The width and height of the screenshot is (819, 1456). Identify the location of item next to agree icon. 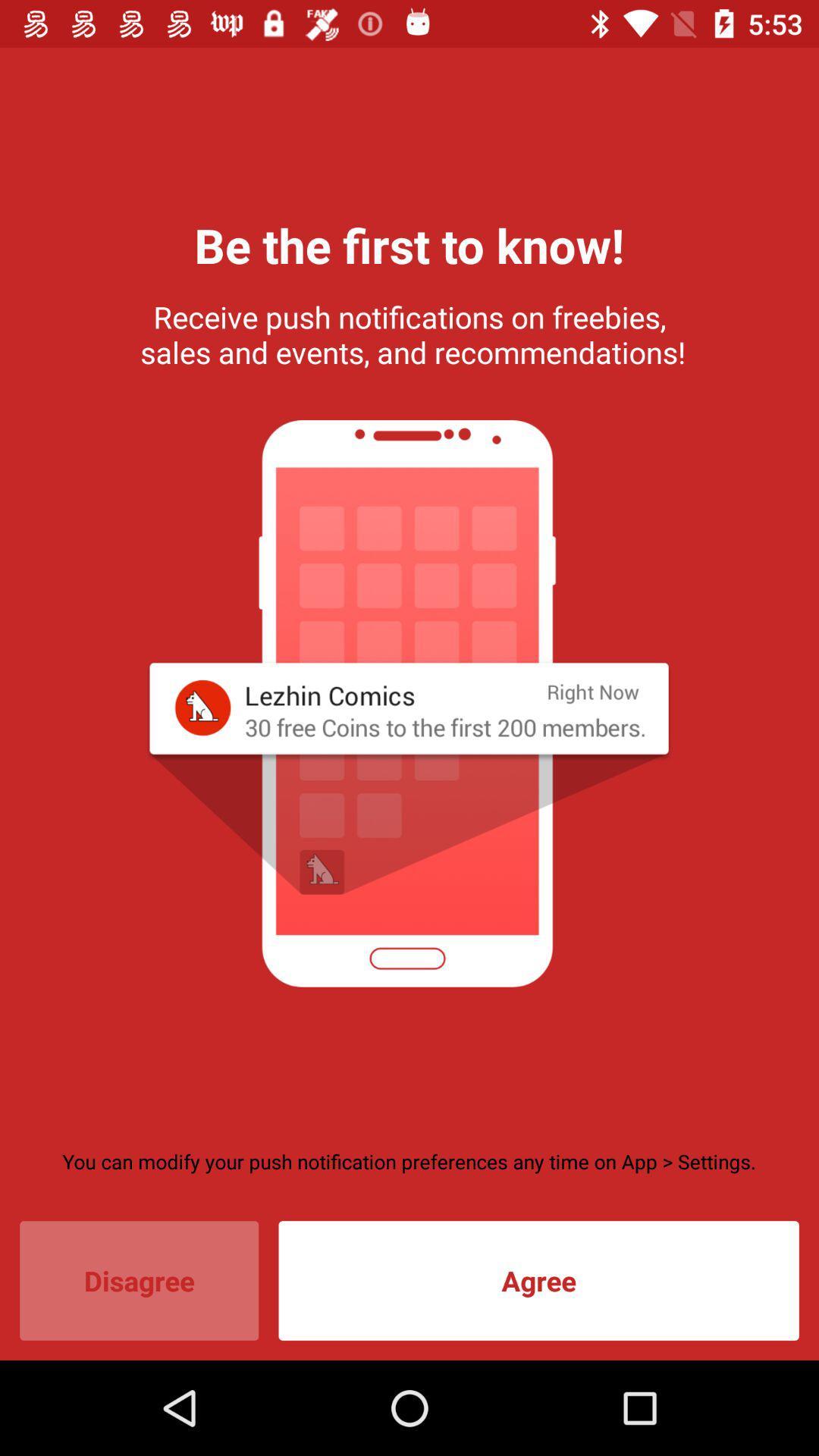
(139, 1280).